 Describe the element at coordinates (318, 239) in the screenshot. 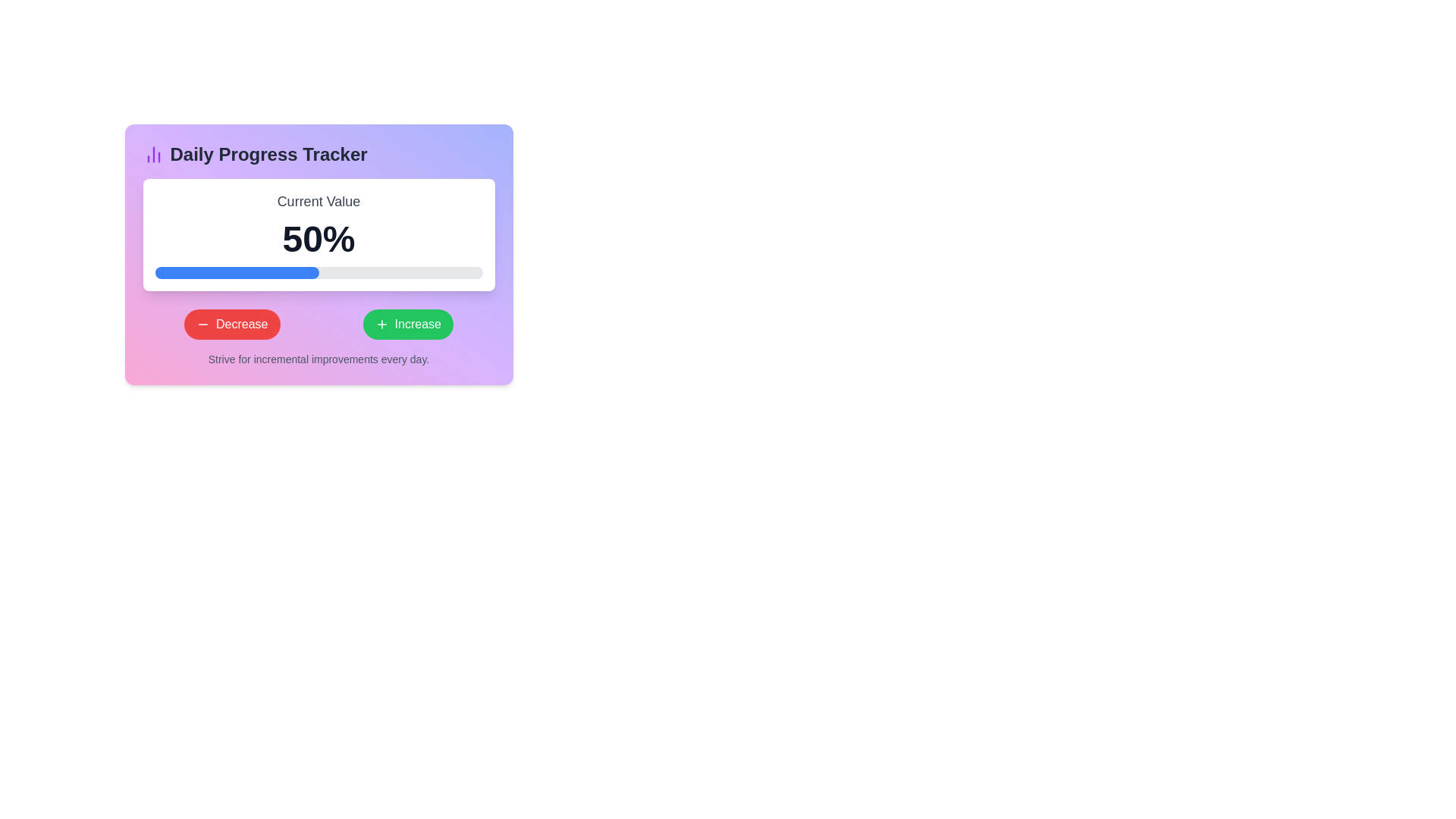

I see `dynamic percentage value displayed in the text label located beneath 'Current Value' and above the progress bar` at that location.